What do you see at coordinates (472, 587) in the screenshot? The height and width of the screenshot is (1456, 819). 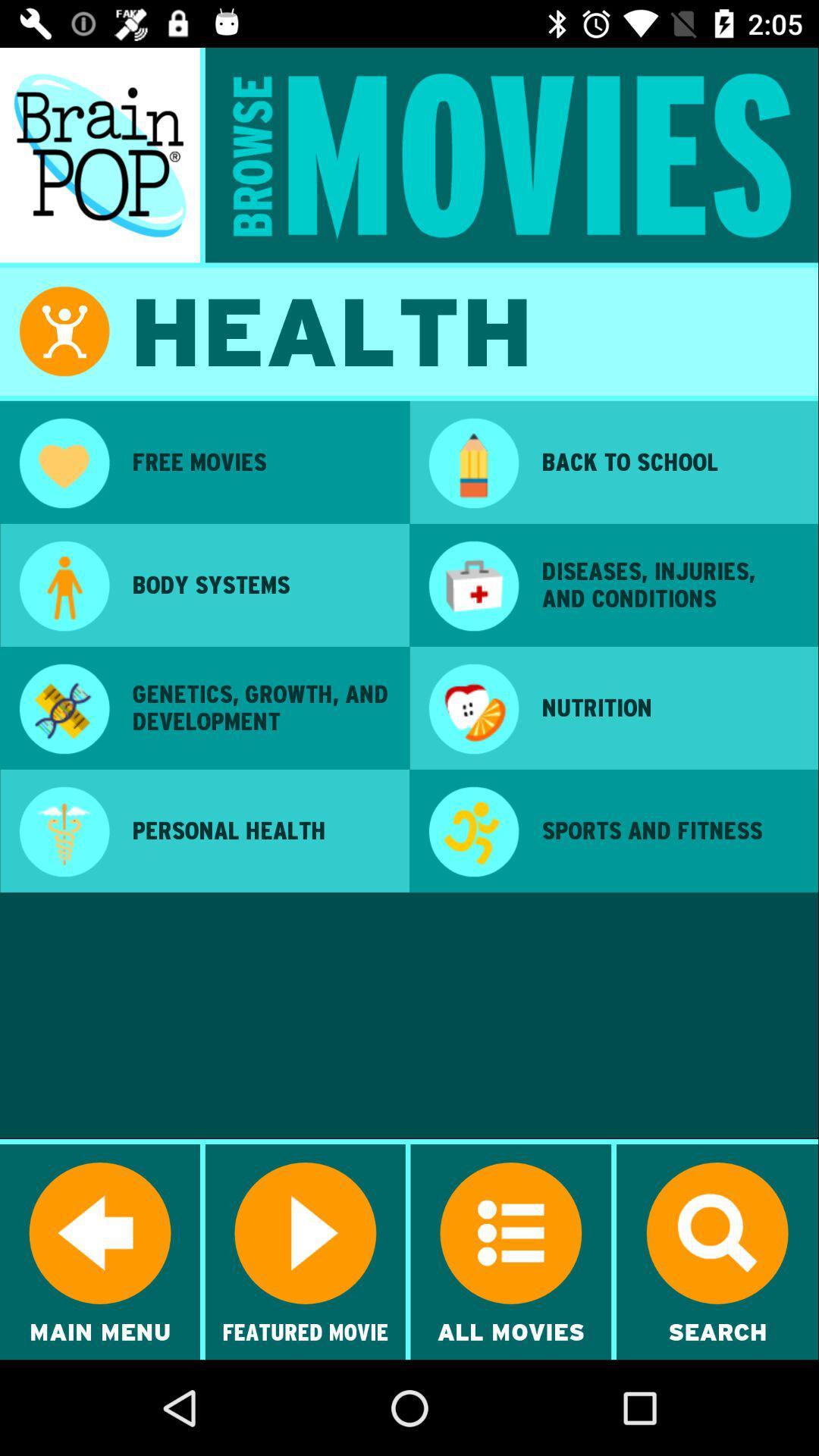 I see `app next to the diseases injuries and app` at bounding box center [472, 587].